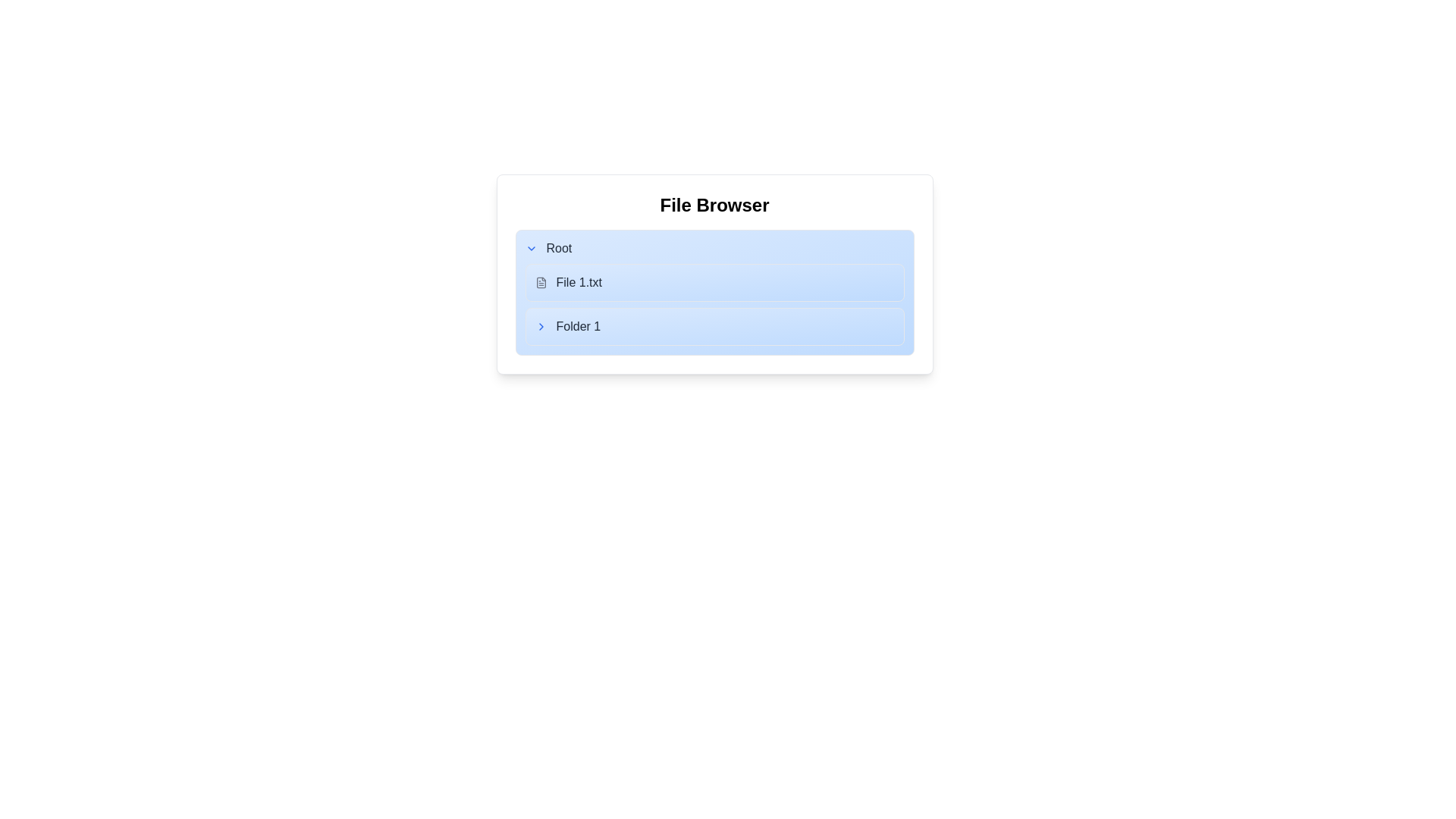 The image size is (1456, 819). Describe the element at coordinates (541, 326) in the screenshot. I see `the right-facing chevron icon` at that location.